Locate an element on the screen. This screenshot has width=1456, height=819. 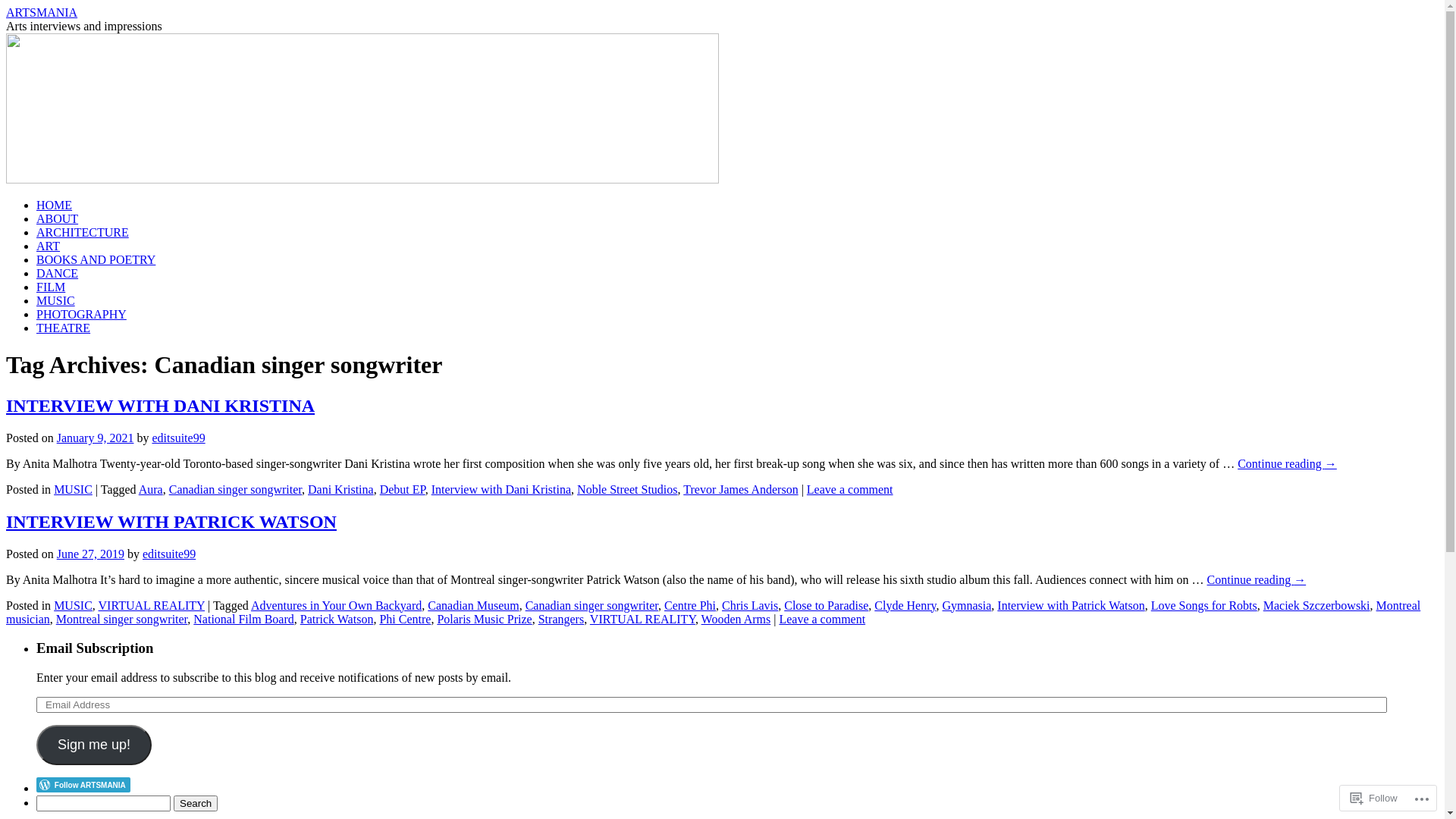
'Sign me up!' is located at coordinates (93, 744).